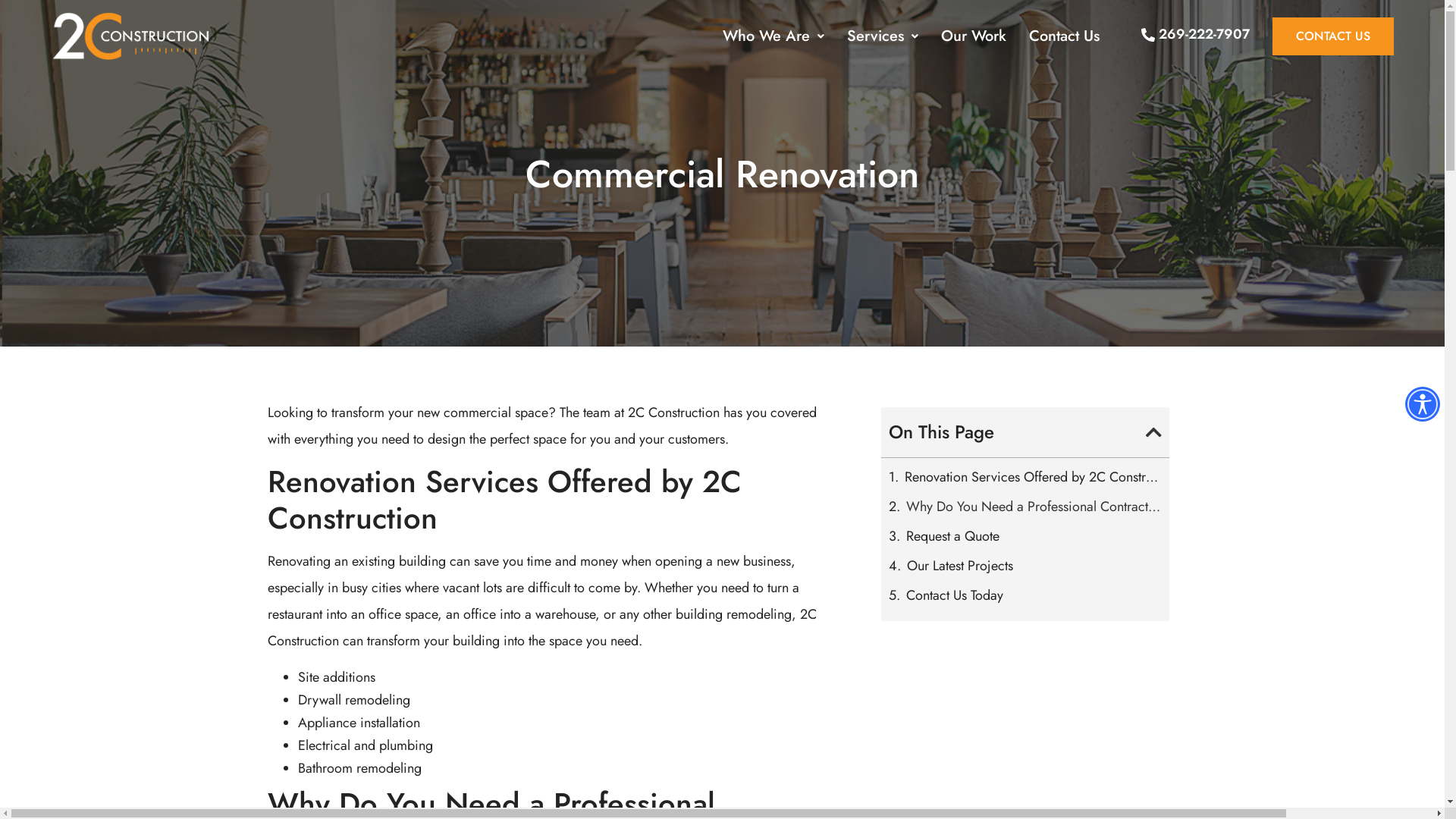 Image resolution: width=1456 pixels, height=819 pixels. I want to click on 'Contact Us Today', so click(953, 595).